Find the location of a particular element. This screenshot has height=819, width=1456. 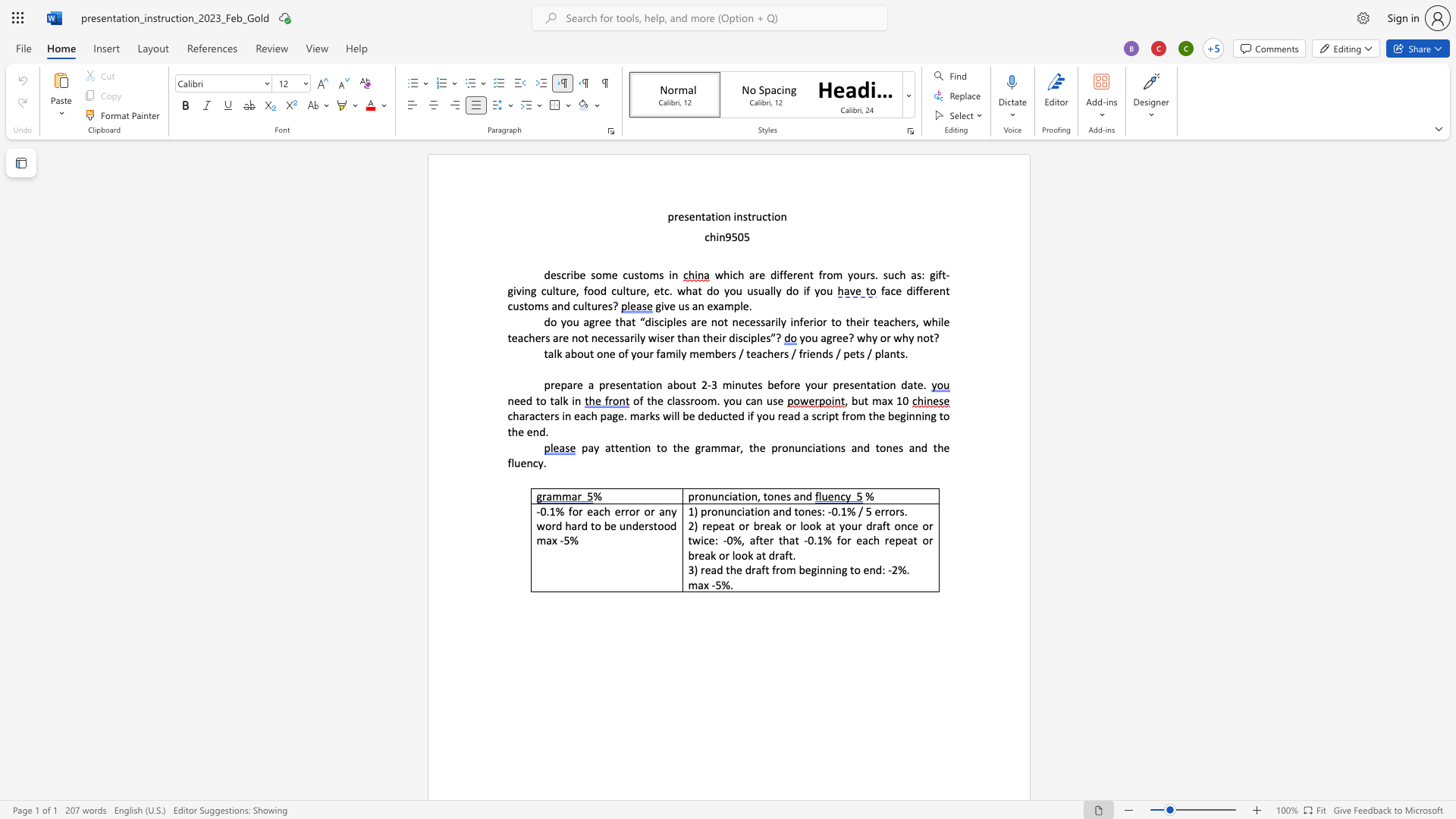

the space between the continuous character "h" and "e" in the text is located at coordinates (657, 400).